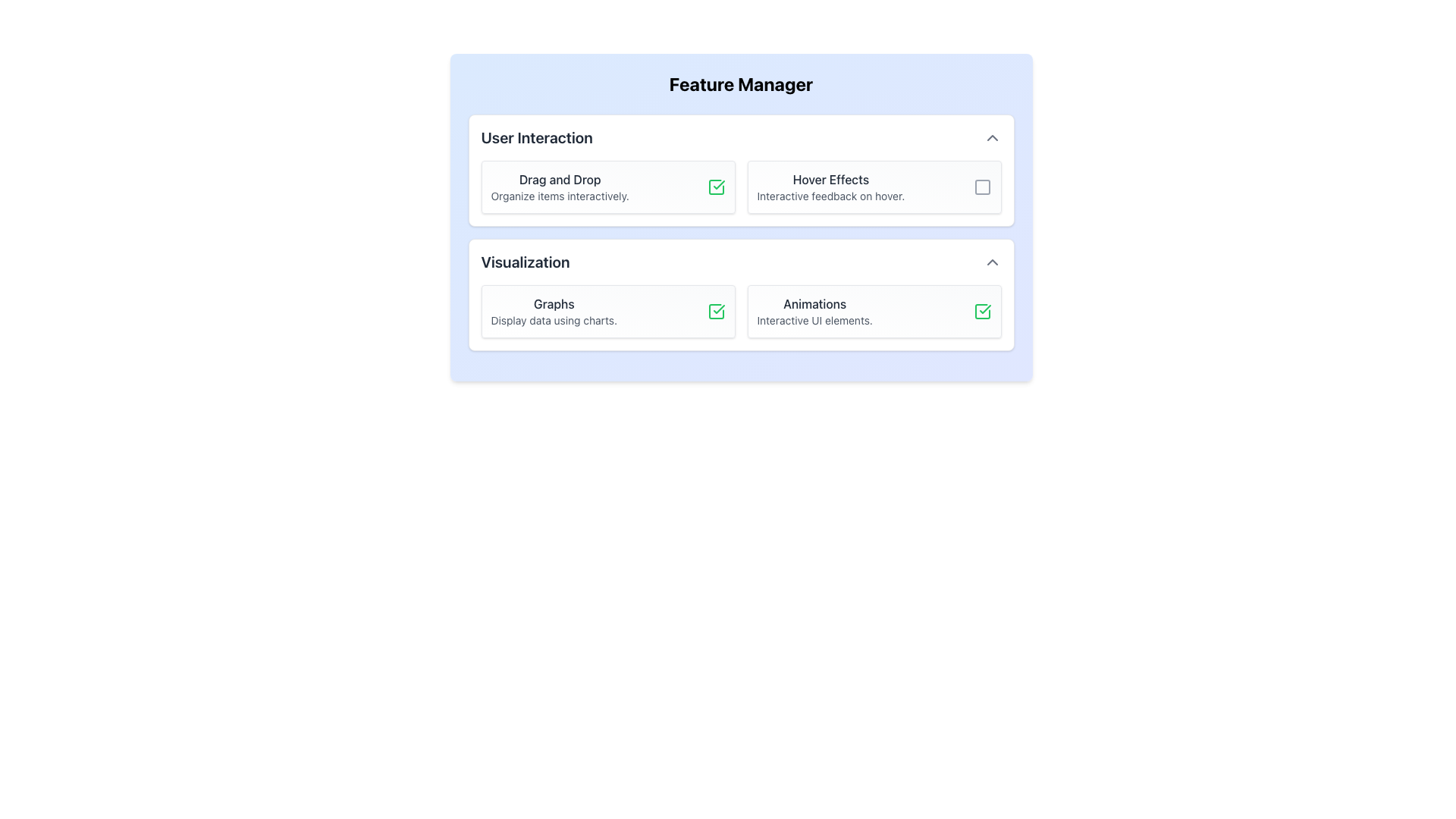 The image size is (1456, 819). What do you see at coordinates (559, 178) in the screenshot?
I see `text content of the label or title for the drag and drop functionality located in the top-left quadrant of the 'User Interaction' section in the 'Feature Manager' interface` at bounding box center [559, 178].